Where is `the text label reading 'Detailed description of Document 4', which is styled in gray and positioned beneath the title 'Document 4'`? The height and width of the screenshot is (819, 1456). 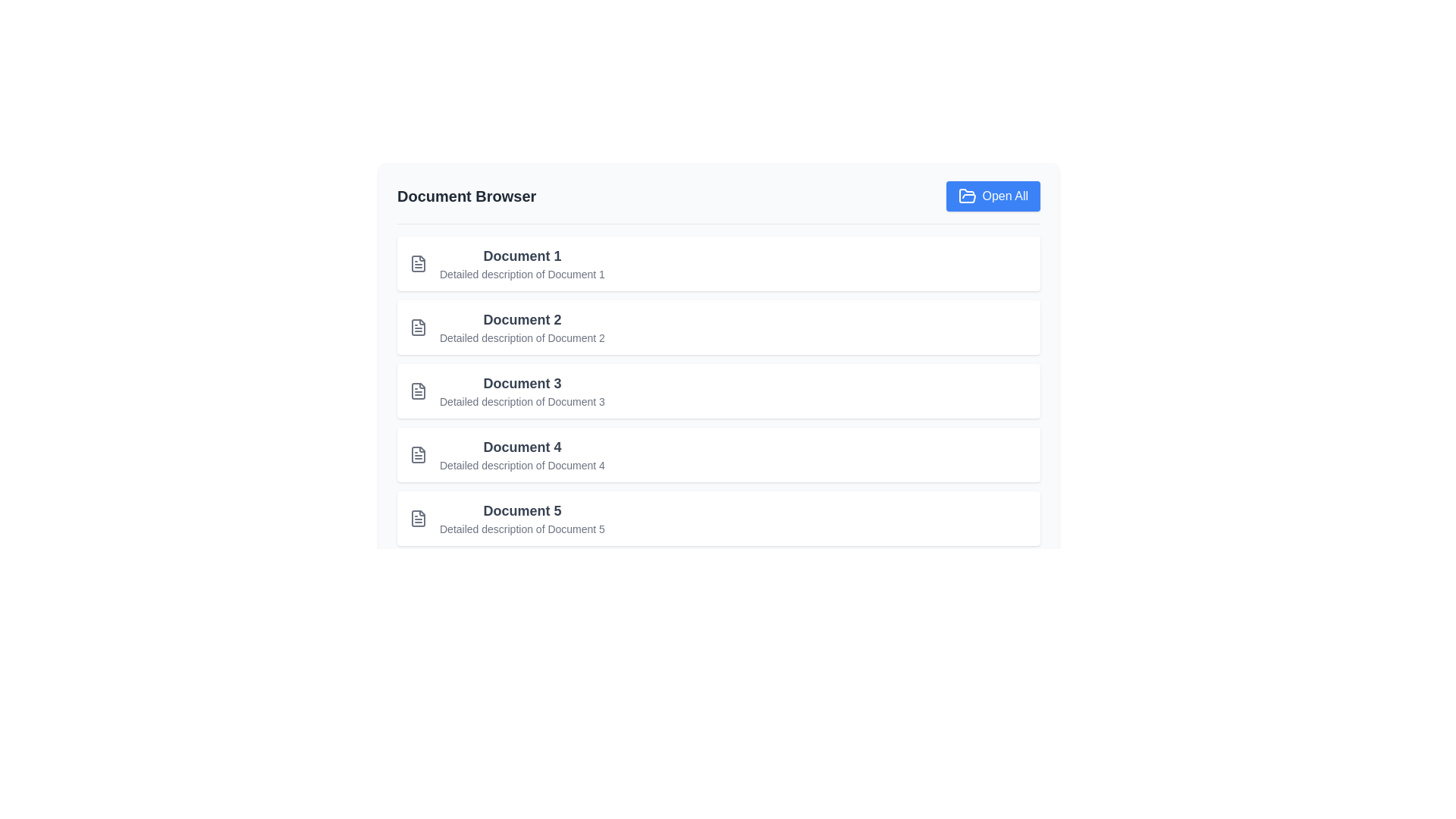
the text label reading 'Detailed description of Document 4', which is styled in gray and positioned beneath the title 'Document 4' is located at coordinates (522, 464).